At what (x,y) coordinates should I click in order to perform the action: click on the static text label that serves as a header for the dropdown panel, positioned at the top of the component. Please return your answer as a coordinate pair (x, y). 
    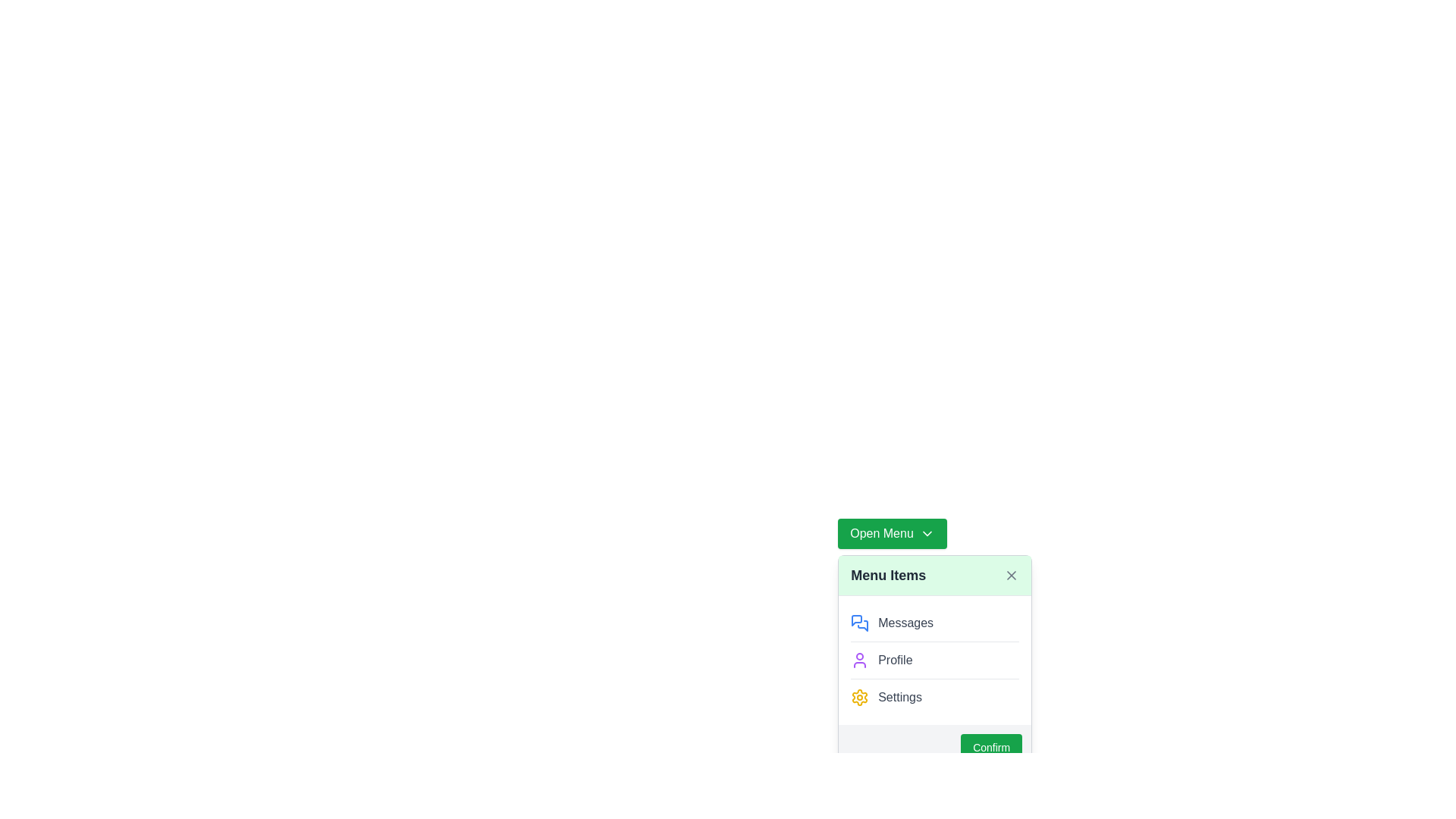
    Looking at the image, I should click on (888, 576).